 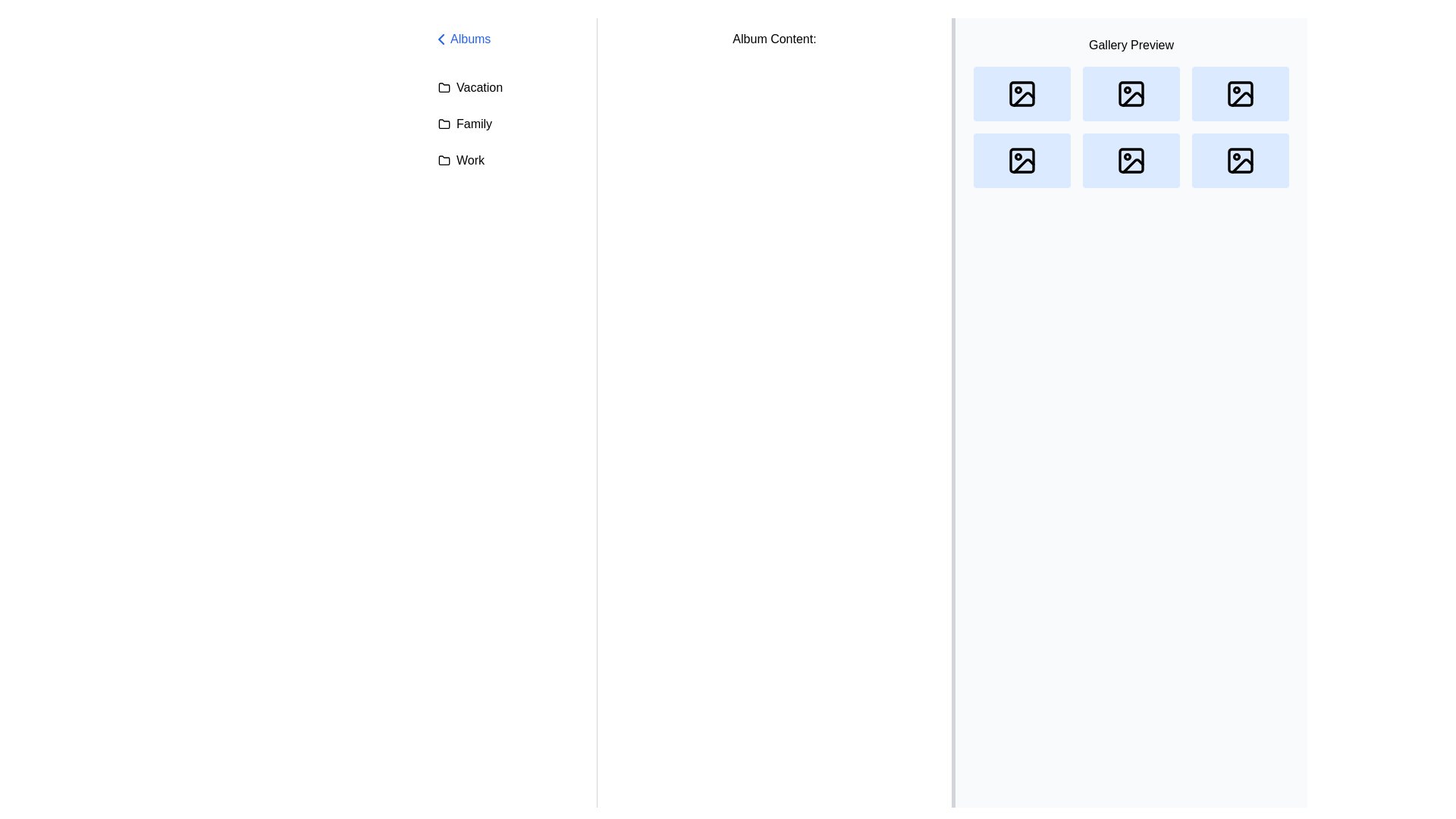 I want to click on the SVG-based icon featuring a rectangular outline with rounded corners, a sun-like circle, and a mountain shape to trigger a tooltip or effect, so click(x=1241, y=161).